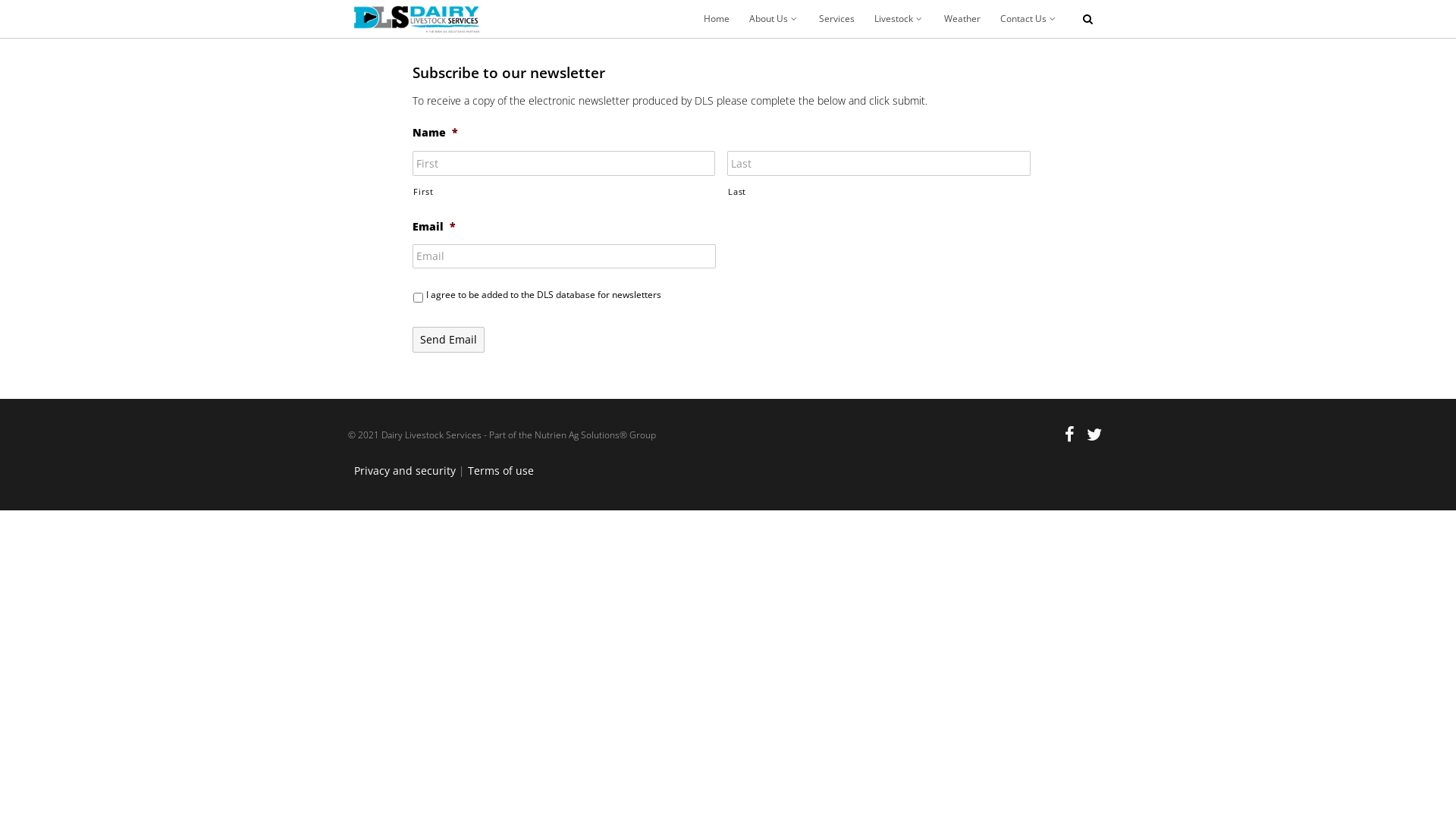 The image size is (1456, 819). Describe the element at coordinates (899, 18) in the screenshot. I see `'Livestock'` at that location.